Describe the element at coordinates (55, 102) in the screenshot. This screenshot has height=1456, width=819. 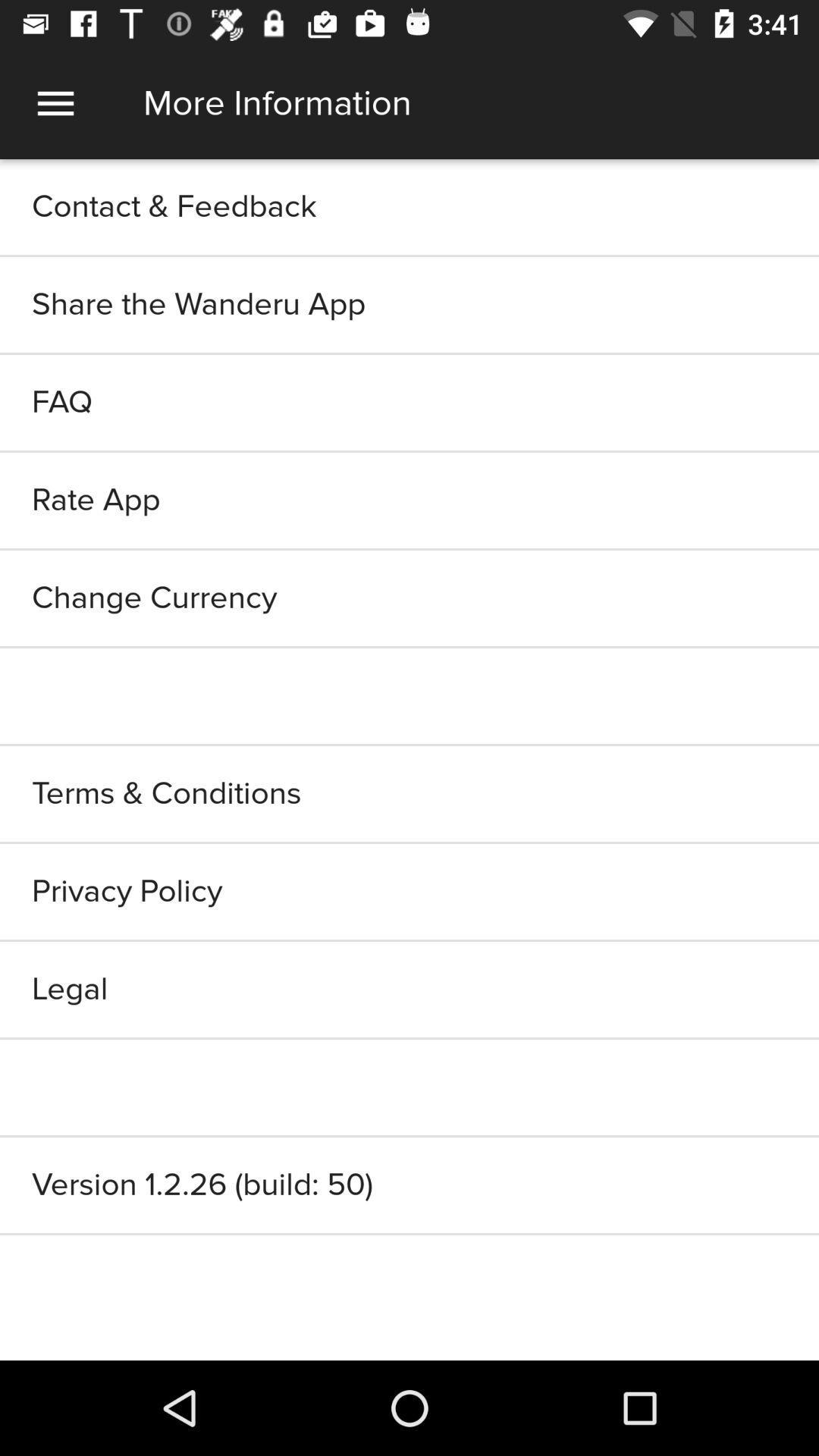
I see `item next to the more information` at that location.